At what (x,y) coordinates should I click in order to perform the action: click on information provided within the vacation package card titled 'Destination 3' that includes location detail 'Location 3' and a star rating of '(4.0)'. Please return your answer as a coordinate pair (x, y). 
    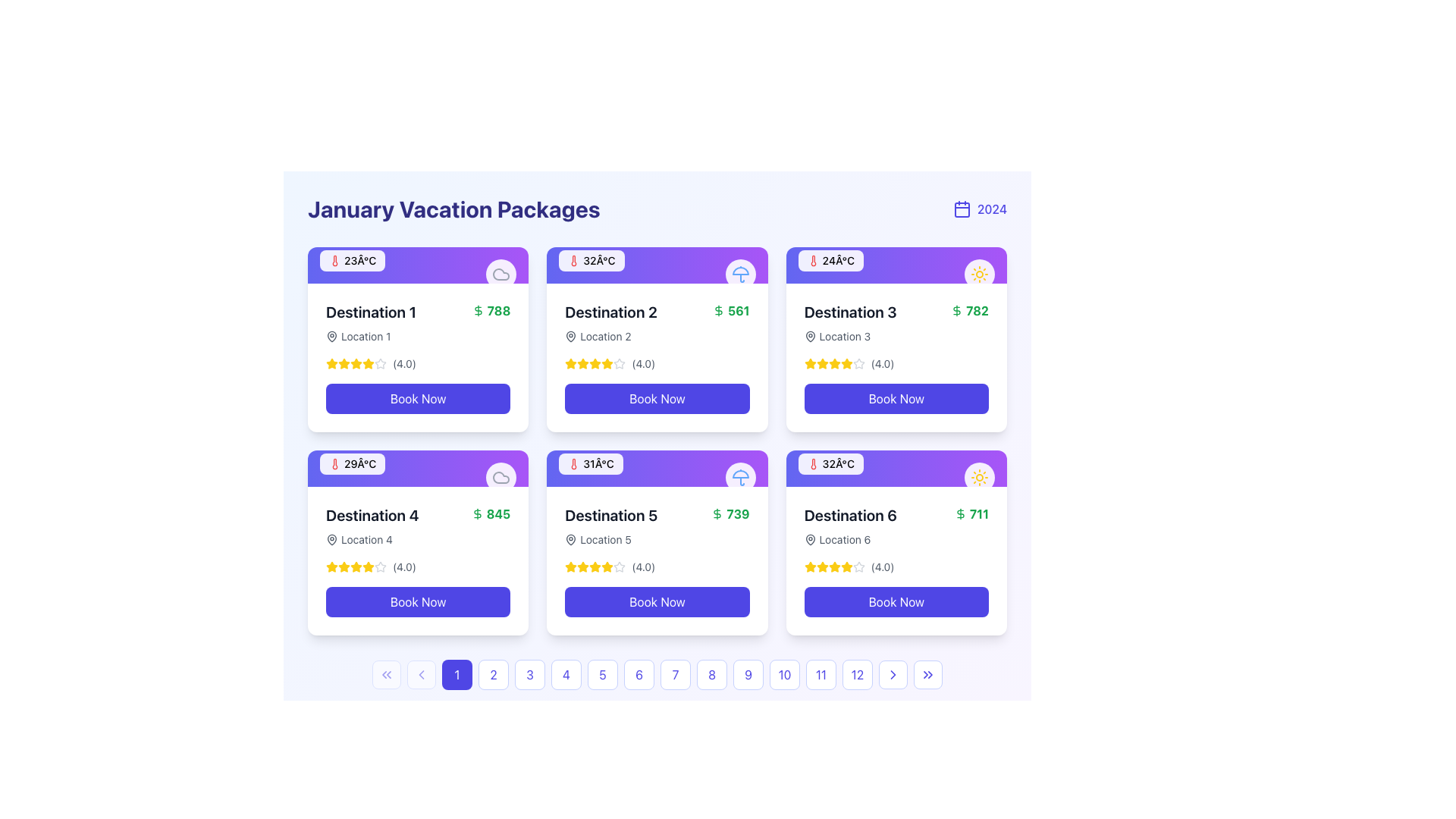
    Looking at the image, I should click on (896, 357).